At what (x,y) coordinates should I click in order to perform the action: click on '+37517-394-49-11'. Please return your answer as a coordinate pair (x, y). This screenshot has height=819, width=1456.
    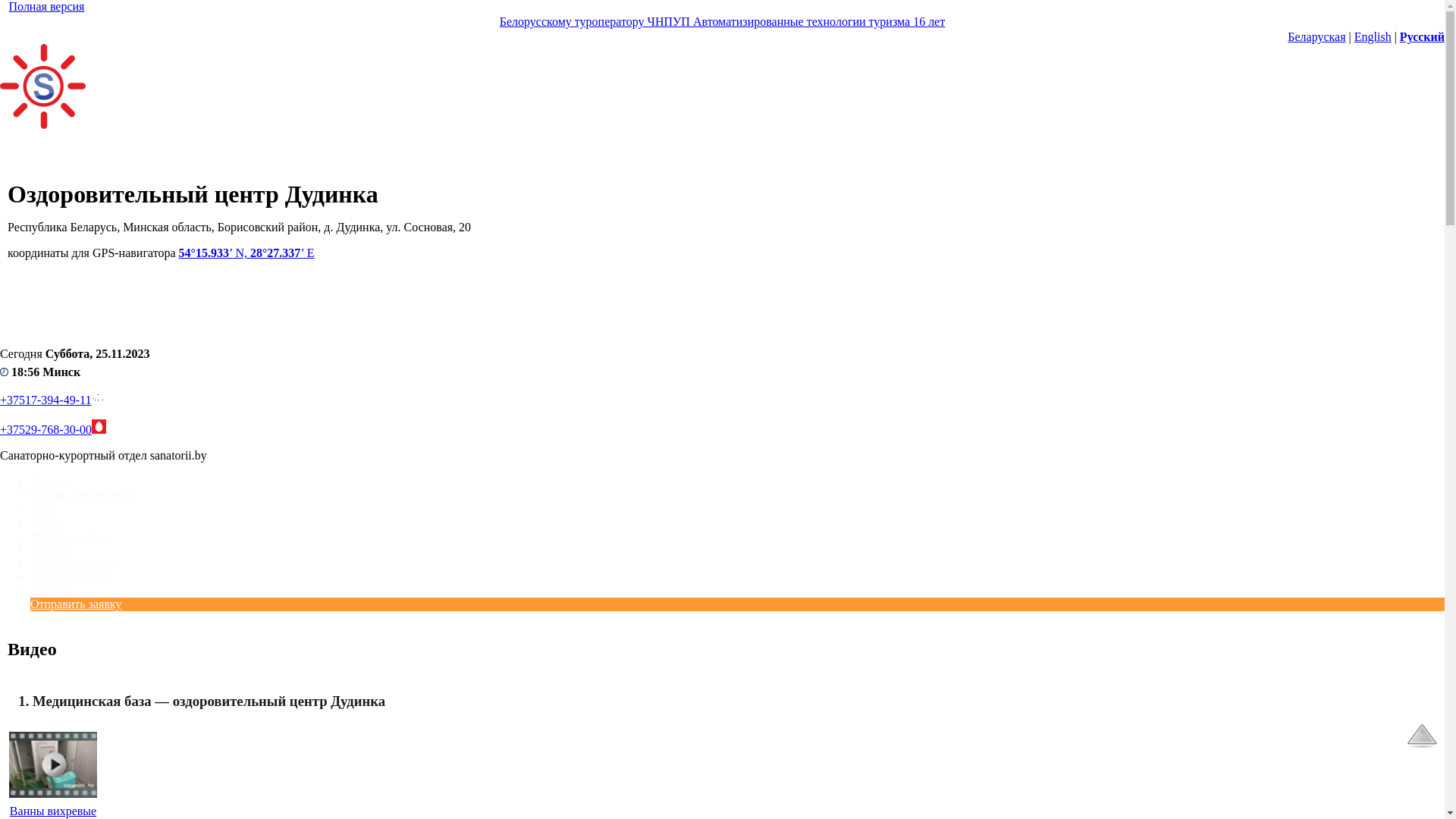
    Looking at the image, I should click on (0, 399).